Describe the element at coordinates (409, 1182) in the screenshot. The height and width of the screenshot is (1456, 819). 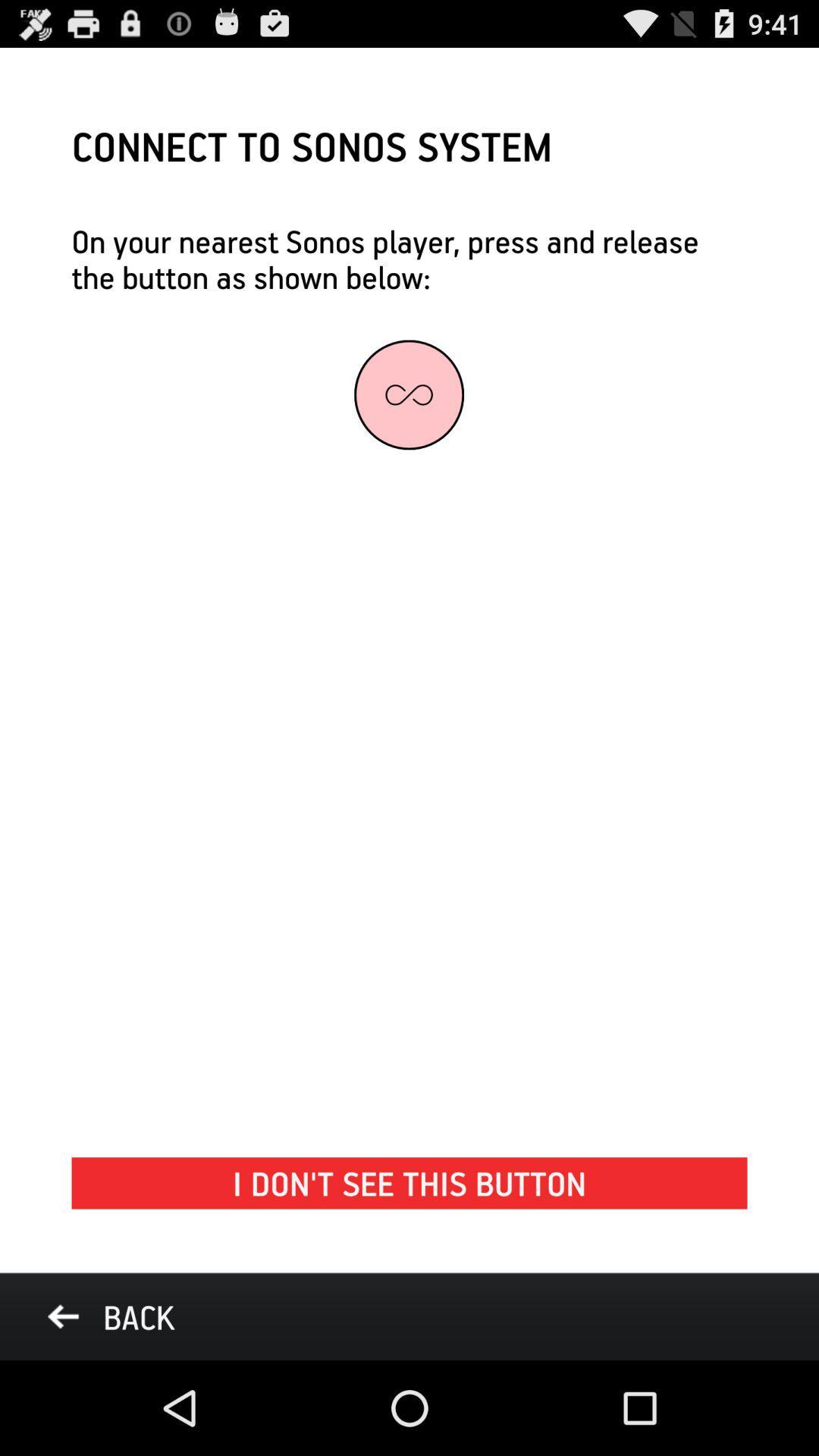
I see `the i don t at the bottom` at that location.